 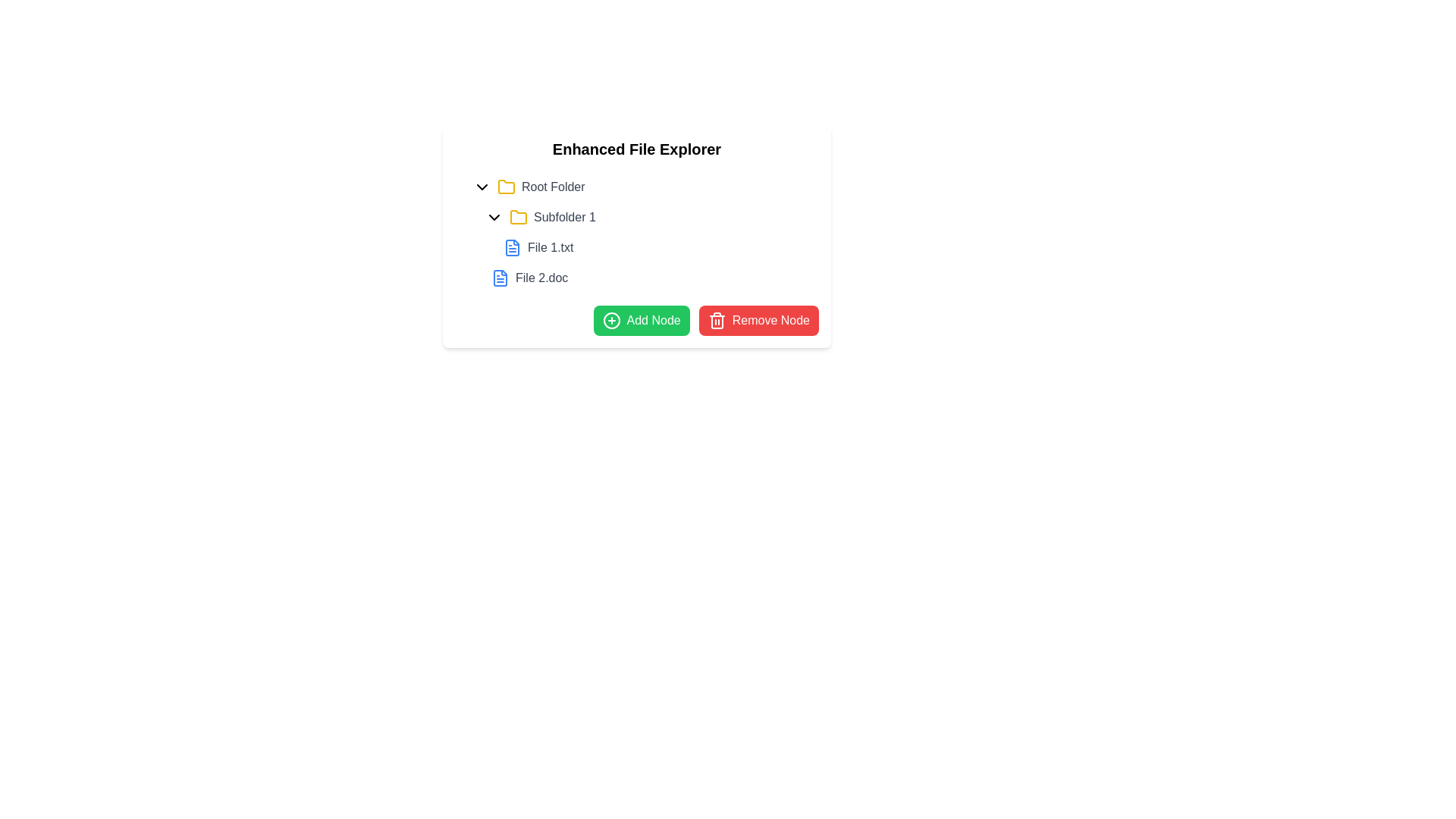 What do you see at coordinates (643, 186) in the screenshot?
I see `the 'Root Folder' entry in the file explorer` at bounding box center [643, 186].